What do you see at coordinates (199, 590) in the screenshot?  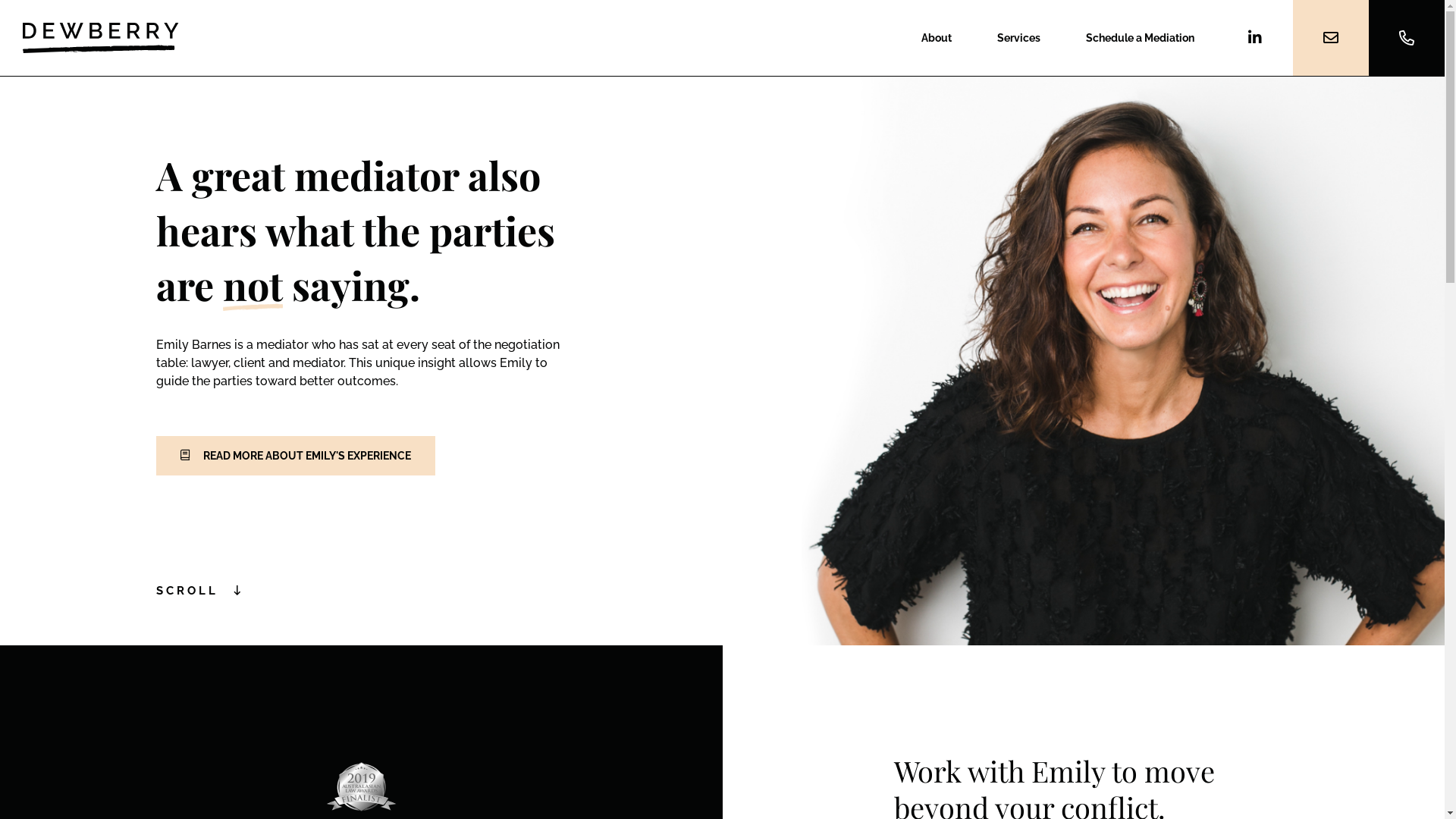 I see `'SCROLL'` at bounding box center [199, 590].